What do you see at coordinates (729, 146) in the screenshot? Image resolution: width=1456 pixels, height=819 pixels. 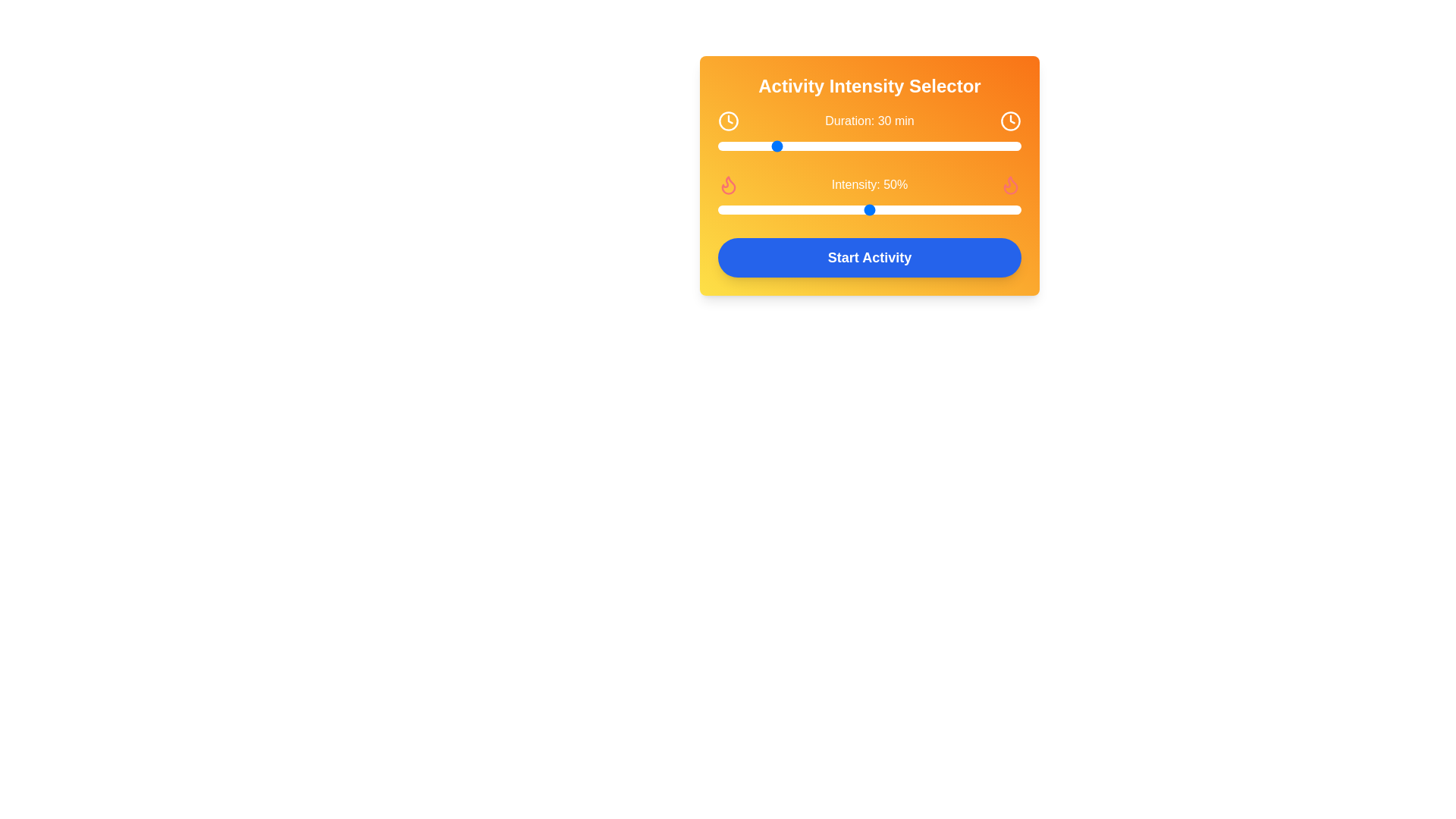 I see `the duration slider to 14 minutes` at bounding box center [729, 146].